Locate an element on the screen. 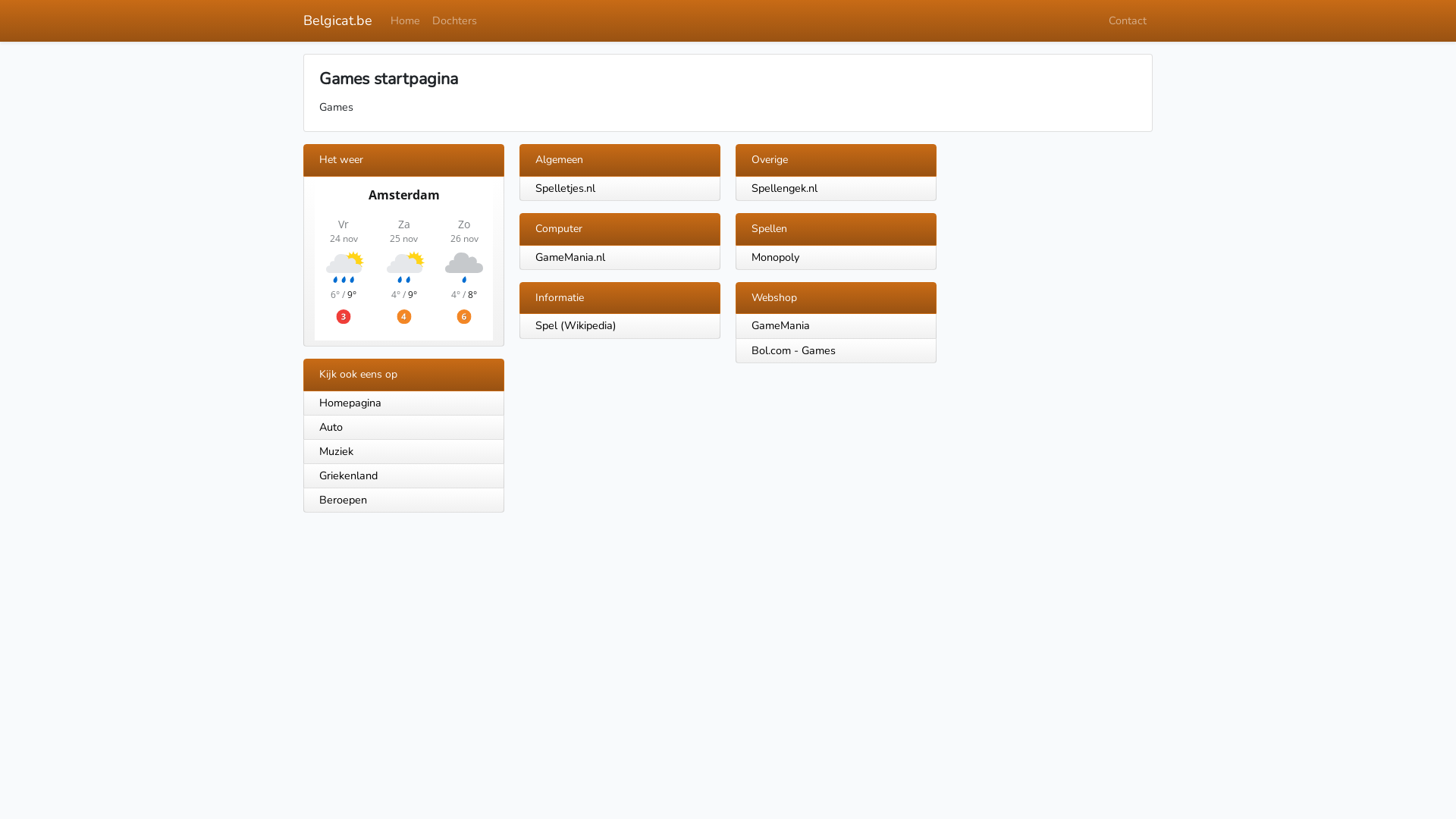  'Bol.com - Games' is located at coordinates (792, 350).